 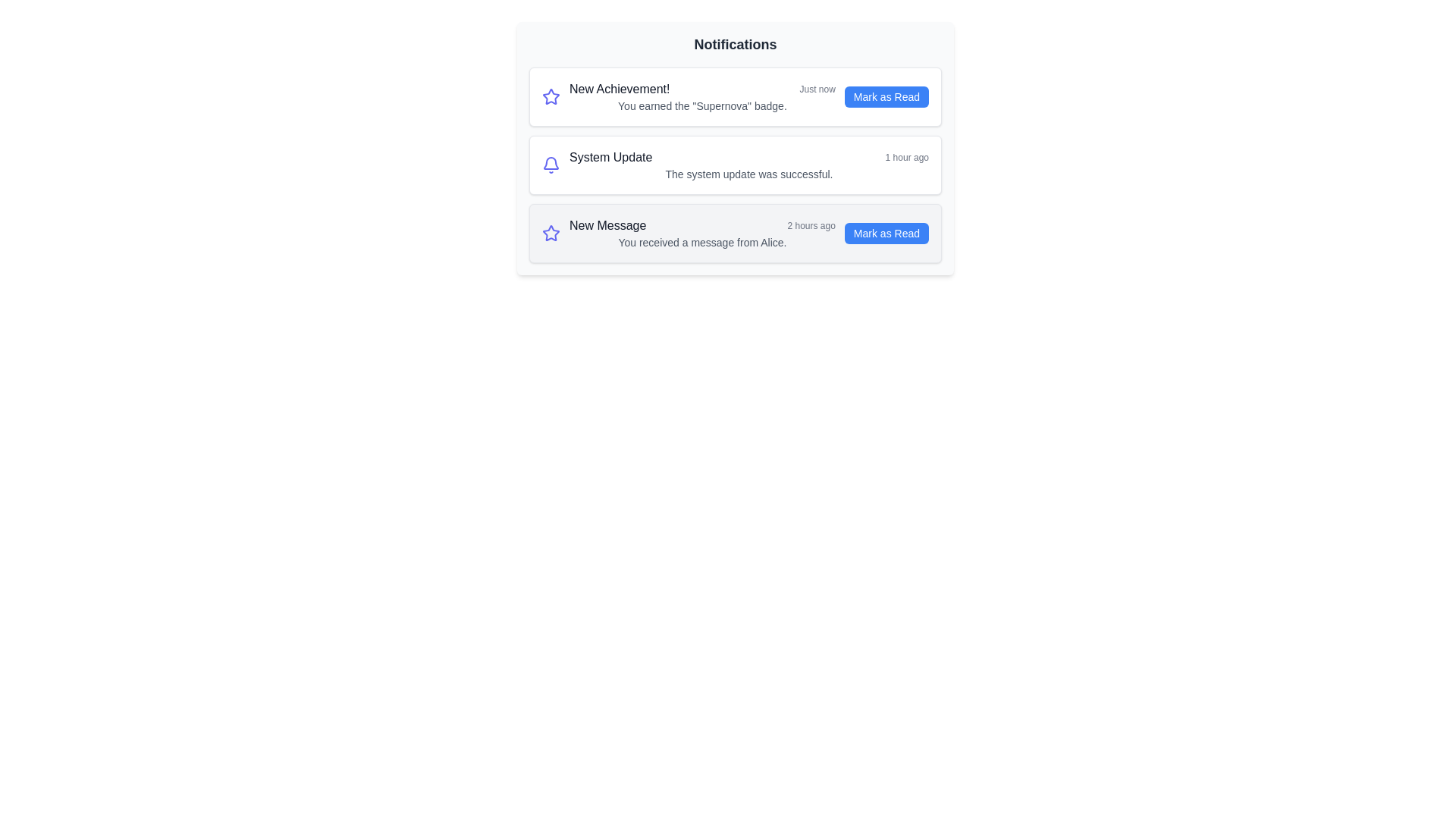 What do you see at coordinates (701, 234) in the screenshot?
I see `the third notification item in the notification panel to read the message details` at bounding box center [701, 234].